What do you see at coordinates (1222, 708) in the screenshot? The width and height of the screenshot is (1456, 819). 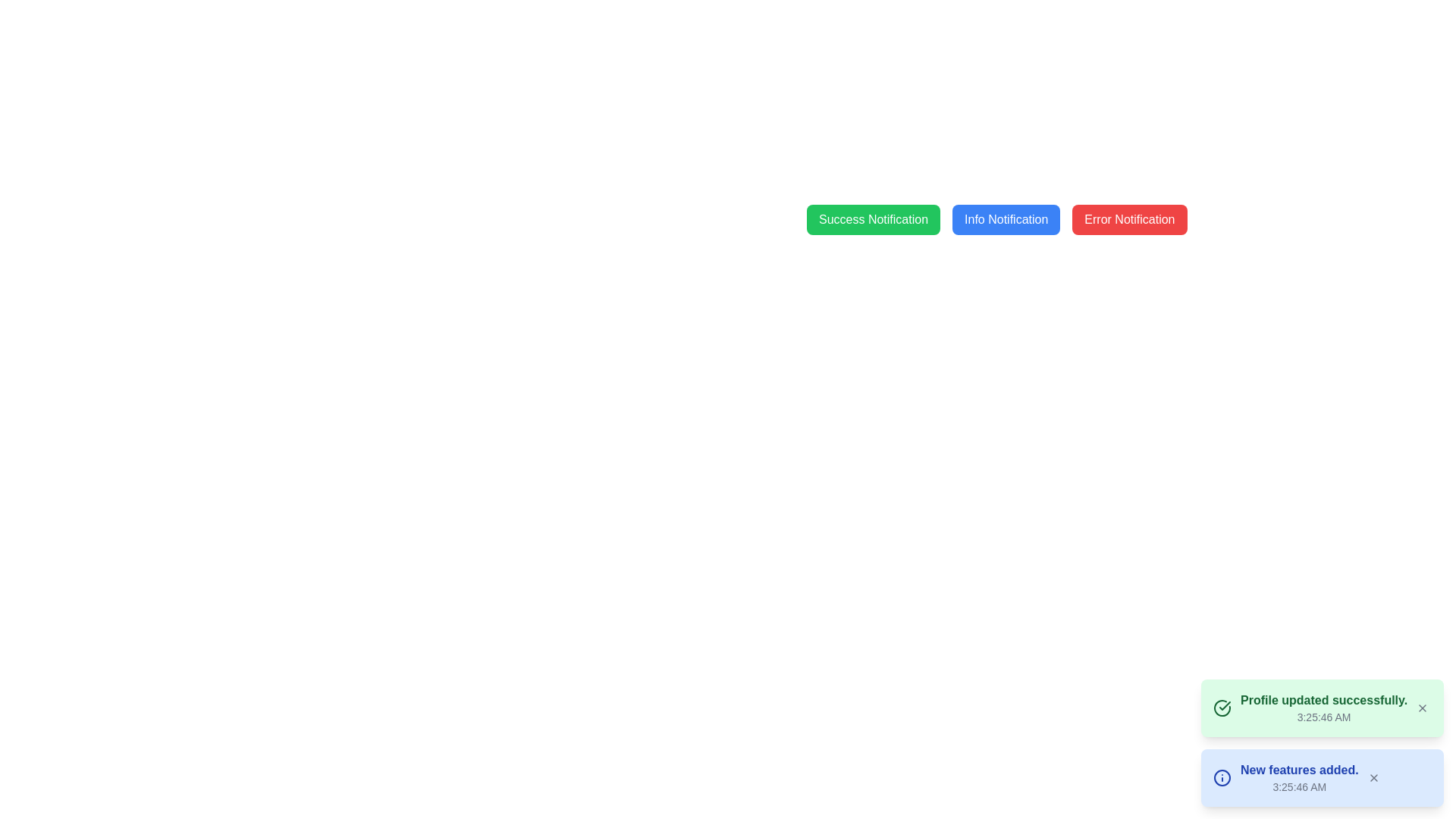 I see `the success indicator icon located in the green notification box that confirms 'Profile updated successfully'` at bounding box center [1222, 708].